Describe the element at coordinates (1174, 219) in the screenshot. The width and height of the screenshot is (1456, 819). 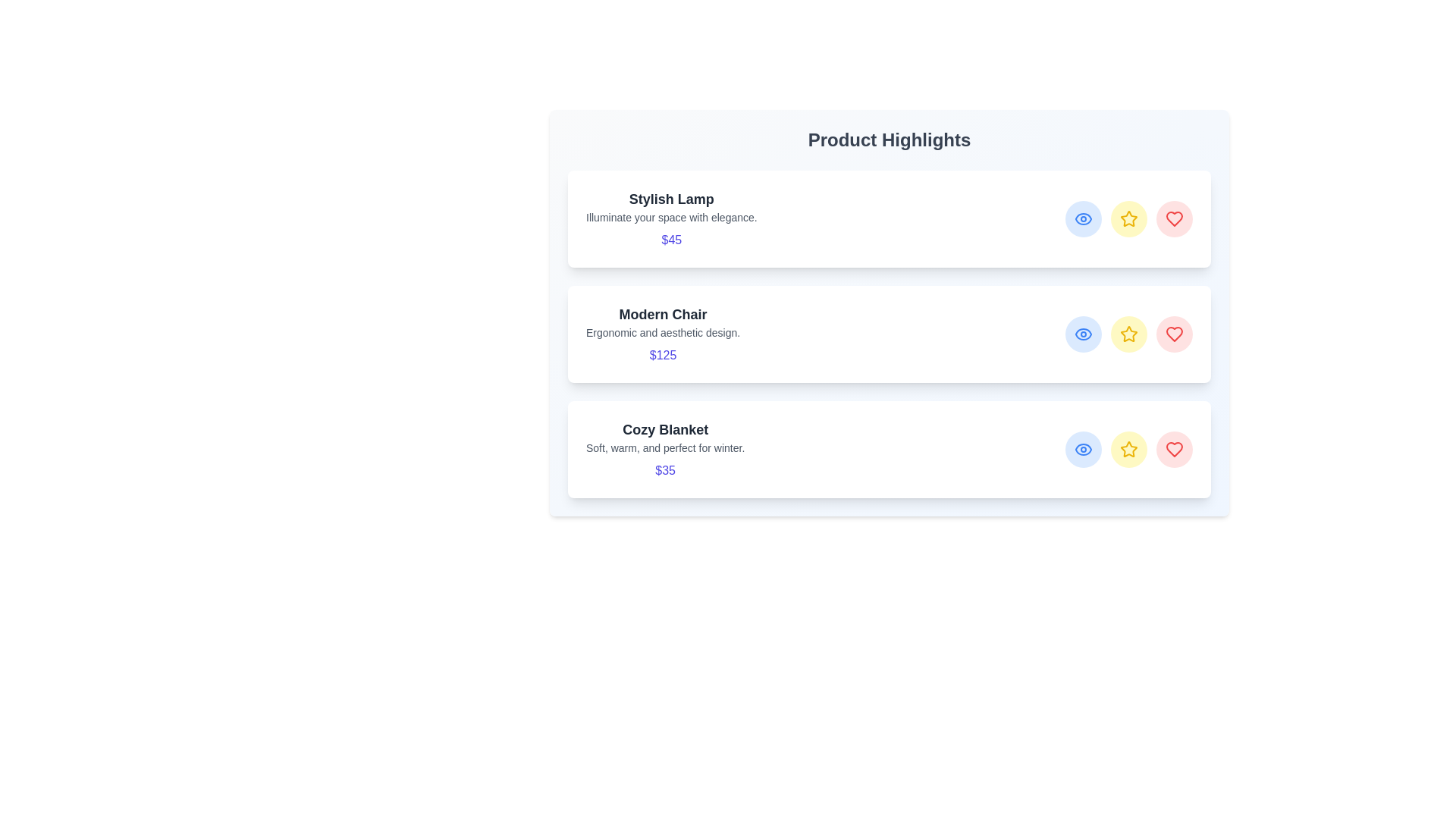
I see `the like button for the Stylish Lamp product` at that location.